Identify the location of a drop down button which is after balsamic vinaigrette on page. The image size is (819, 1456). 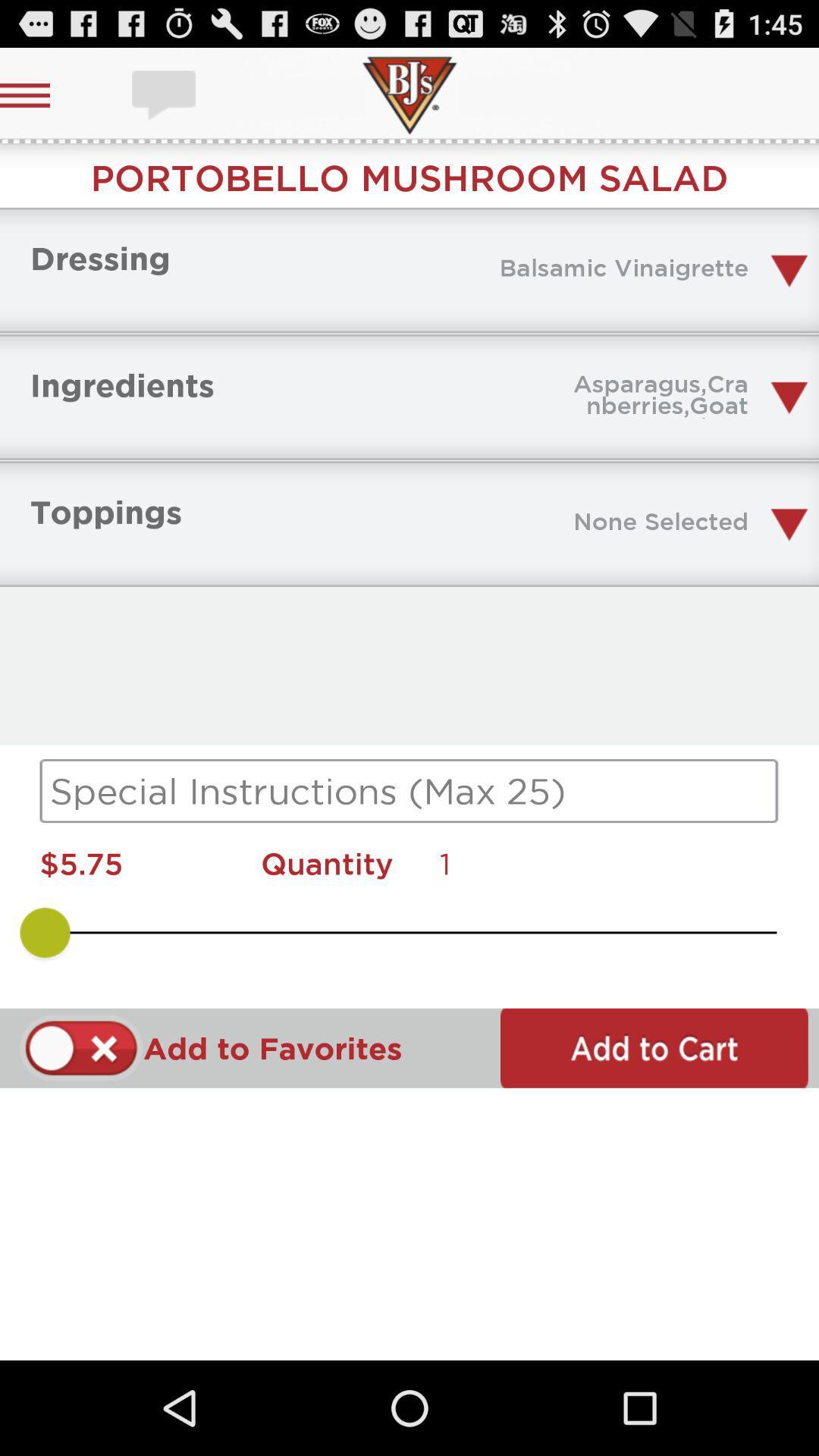
(788, 271).